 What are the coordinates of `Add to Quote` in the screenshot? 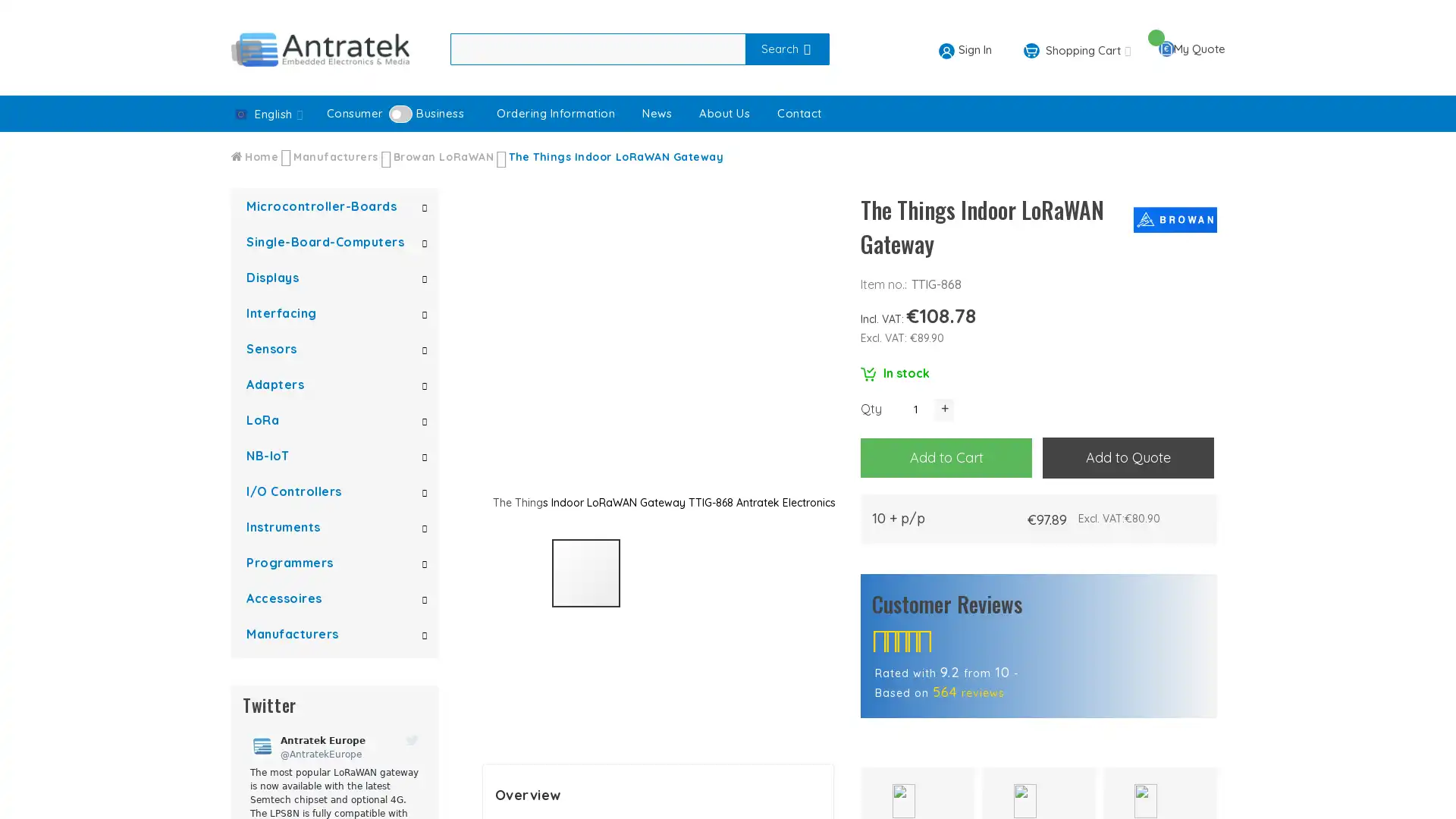 It's located at (1128, 457).